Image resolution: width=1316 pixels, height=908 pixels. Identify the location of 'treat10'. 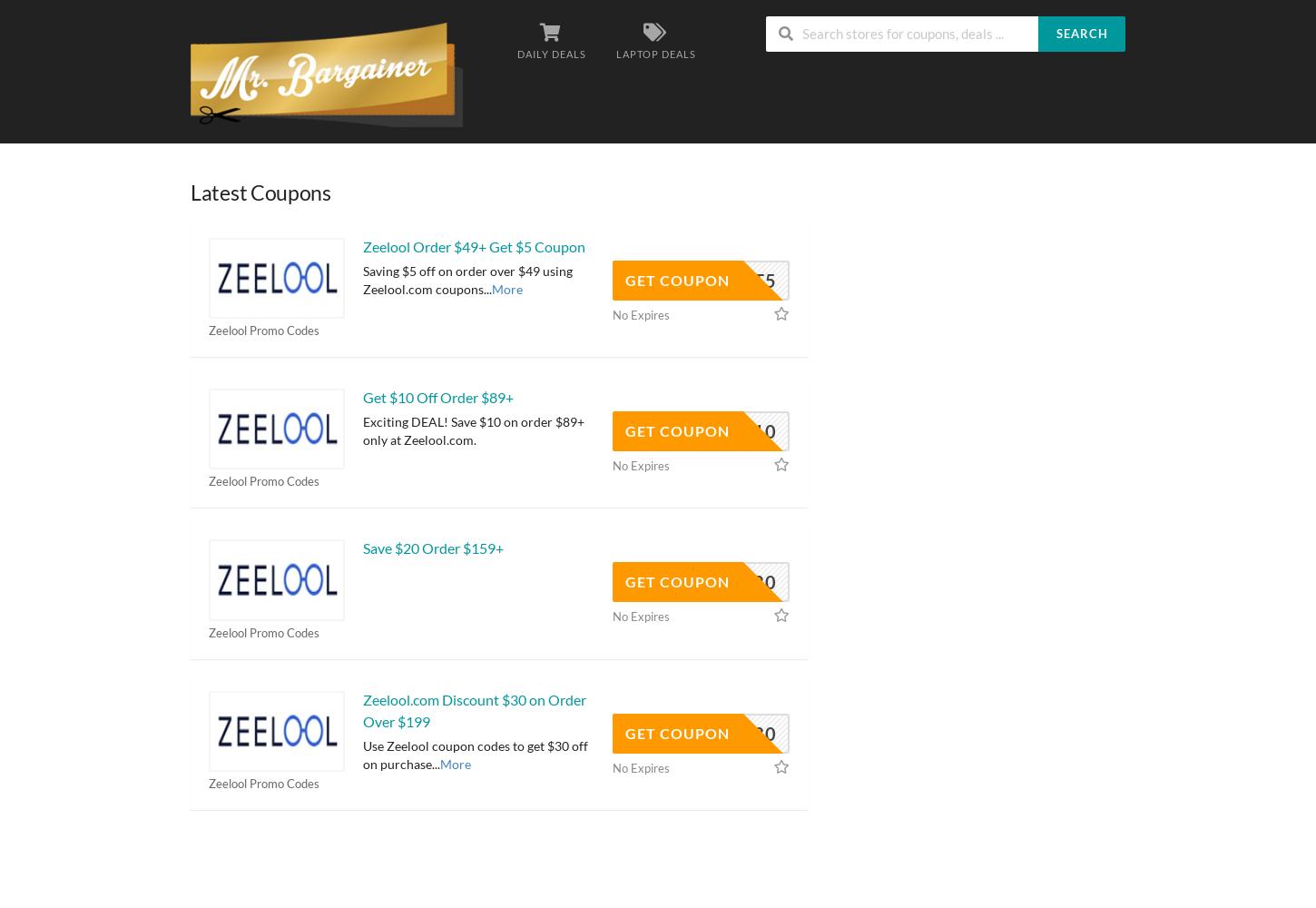
(734, 429).